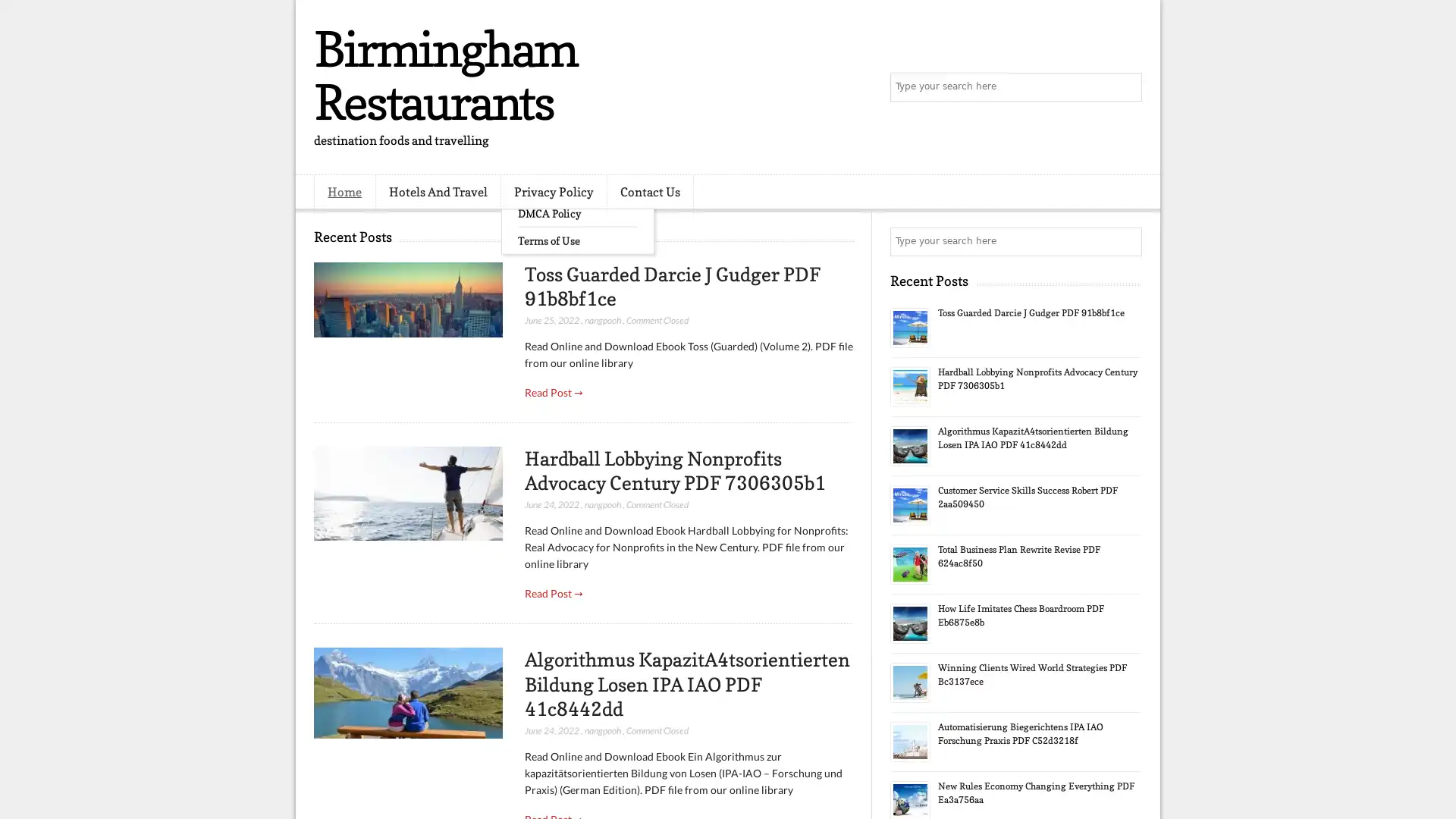 This screenshot has height=819, width=1456. What do you see at coordinates (1126, 241) in the screenshot?
I see `Search` at bounding box center [1126, 241].